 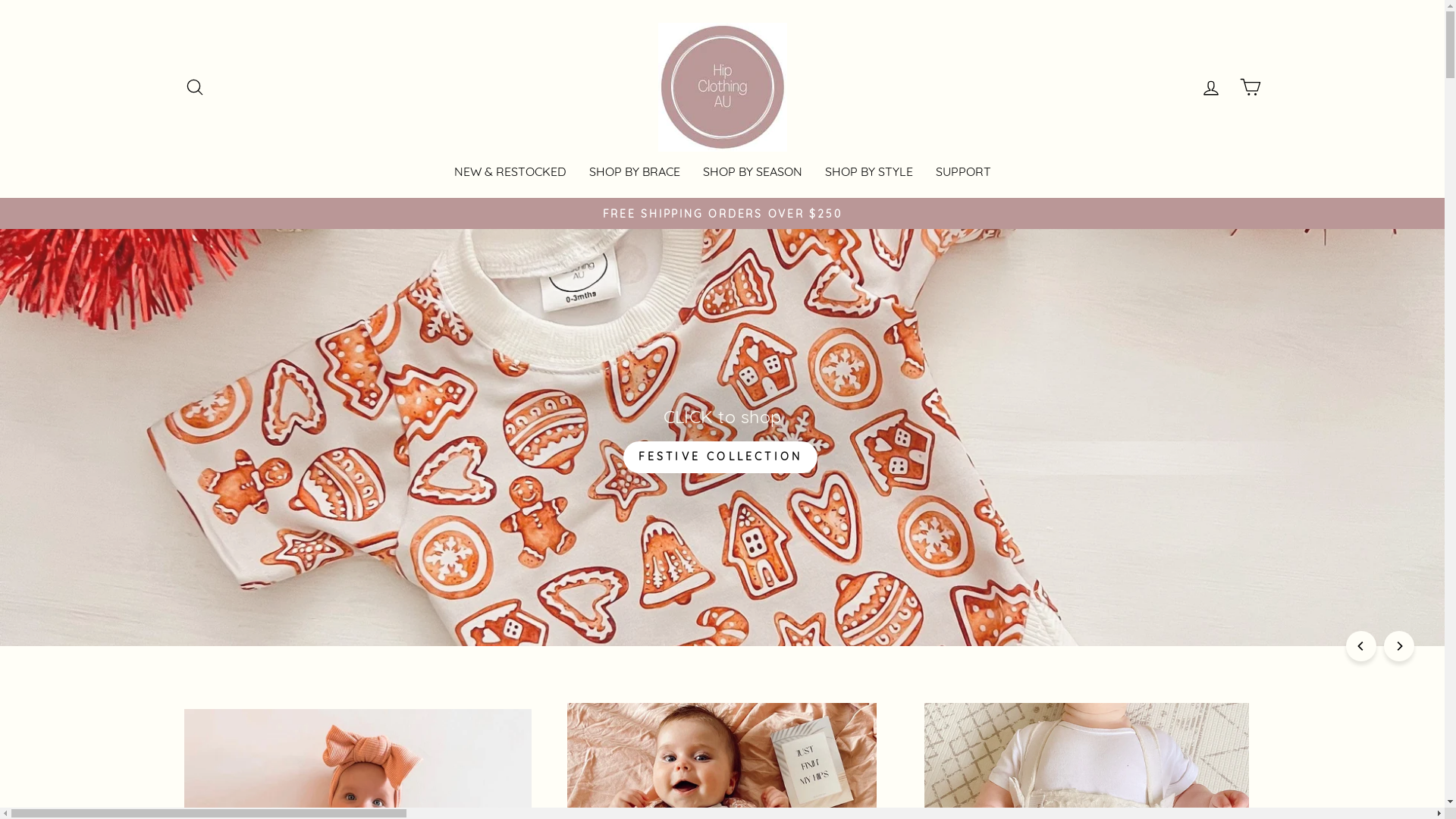 What do you see at coordinates (923, 171) in the screenshot?
I see `'SUPPORT'` at bounding box center [923, 171].